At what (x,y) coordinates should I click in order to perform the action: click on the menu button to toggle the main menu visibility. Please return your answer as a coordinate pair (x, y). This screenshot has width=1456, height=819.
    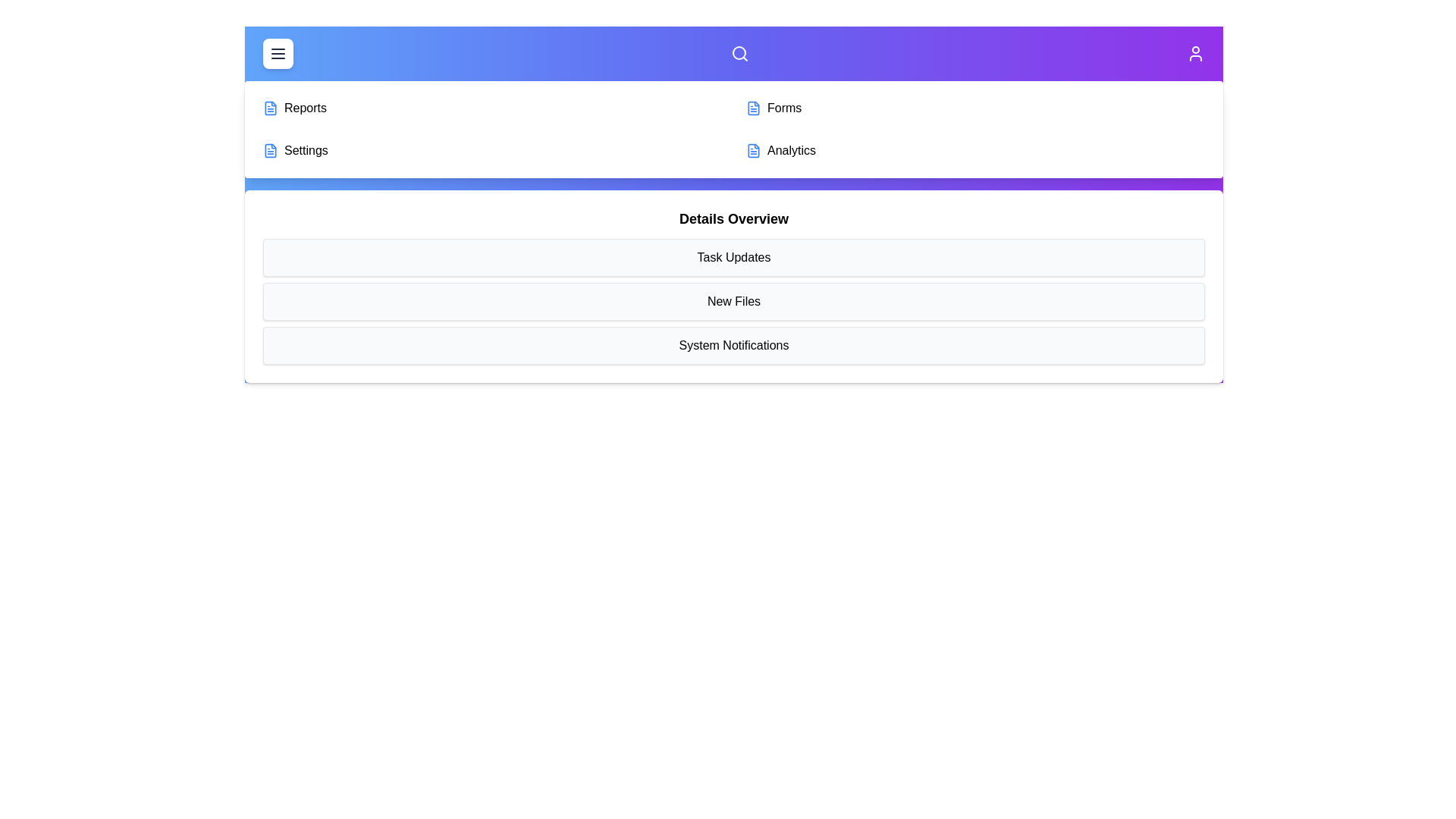
    Looking at the image, I should click on (278, 52).